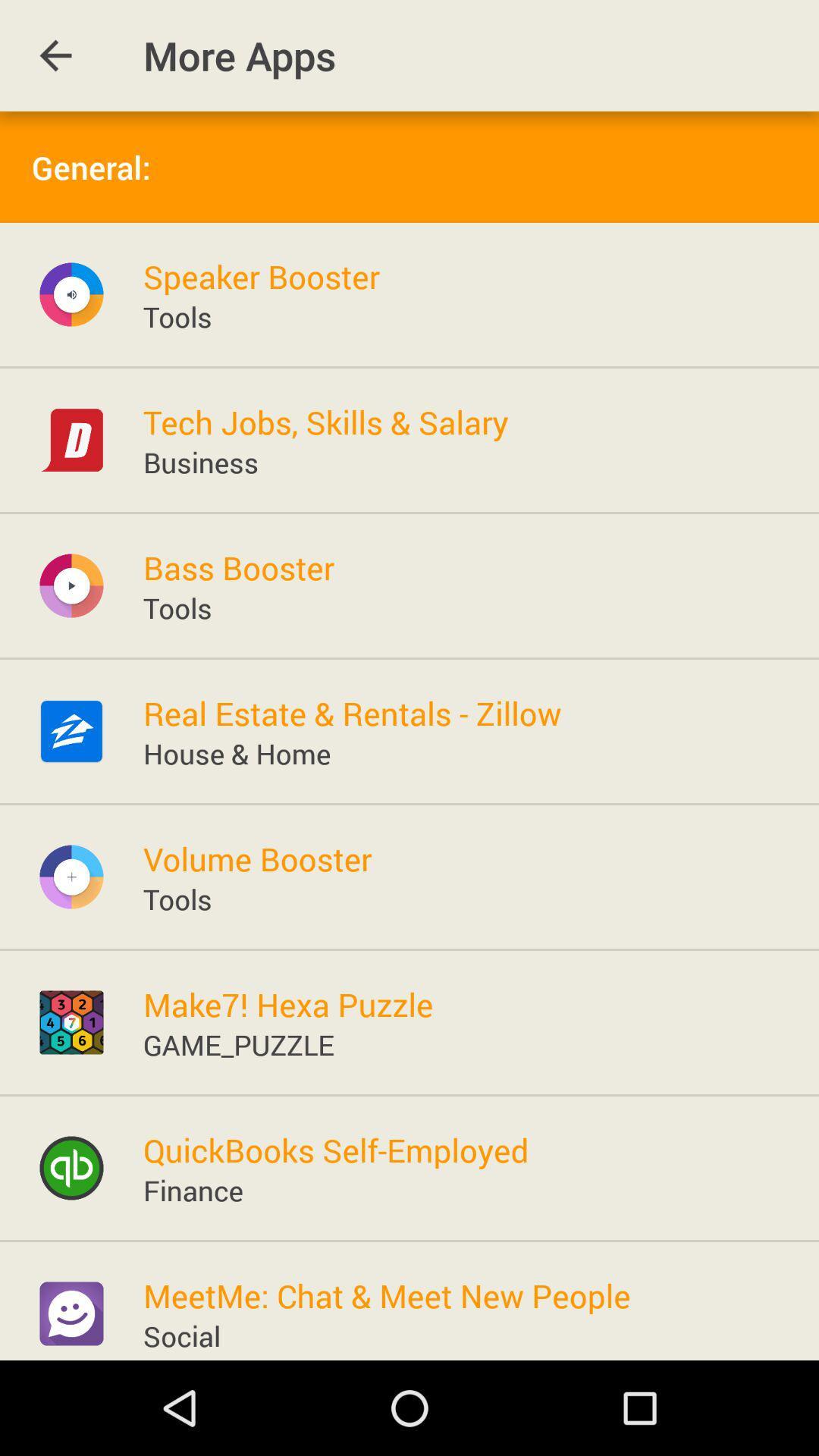 This screenshot has height=1456, width=819. What do you see at coordinates (325, 422) in the screenshot?
I see `the item above business item` at bounding box center [325, 422].